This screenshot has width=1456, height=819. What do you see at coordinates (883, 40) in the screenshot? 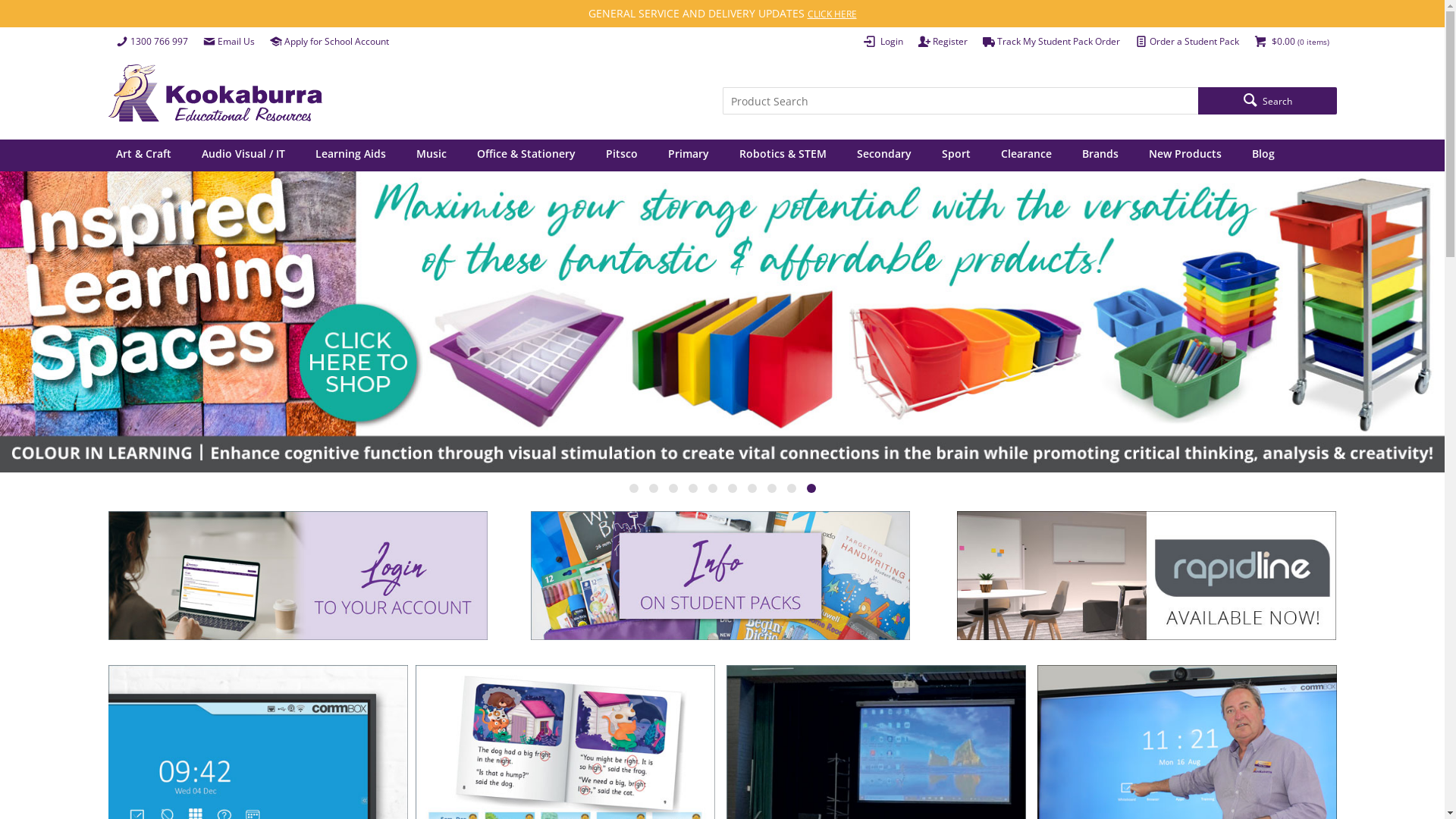
I see `'Login'` at bounding box center [883, 40].